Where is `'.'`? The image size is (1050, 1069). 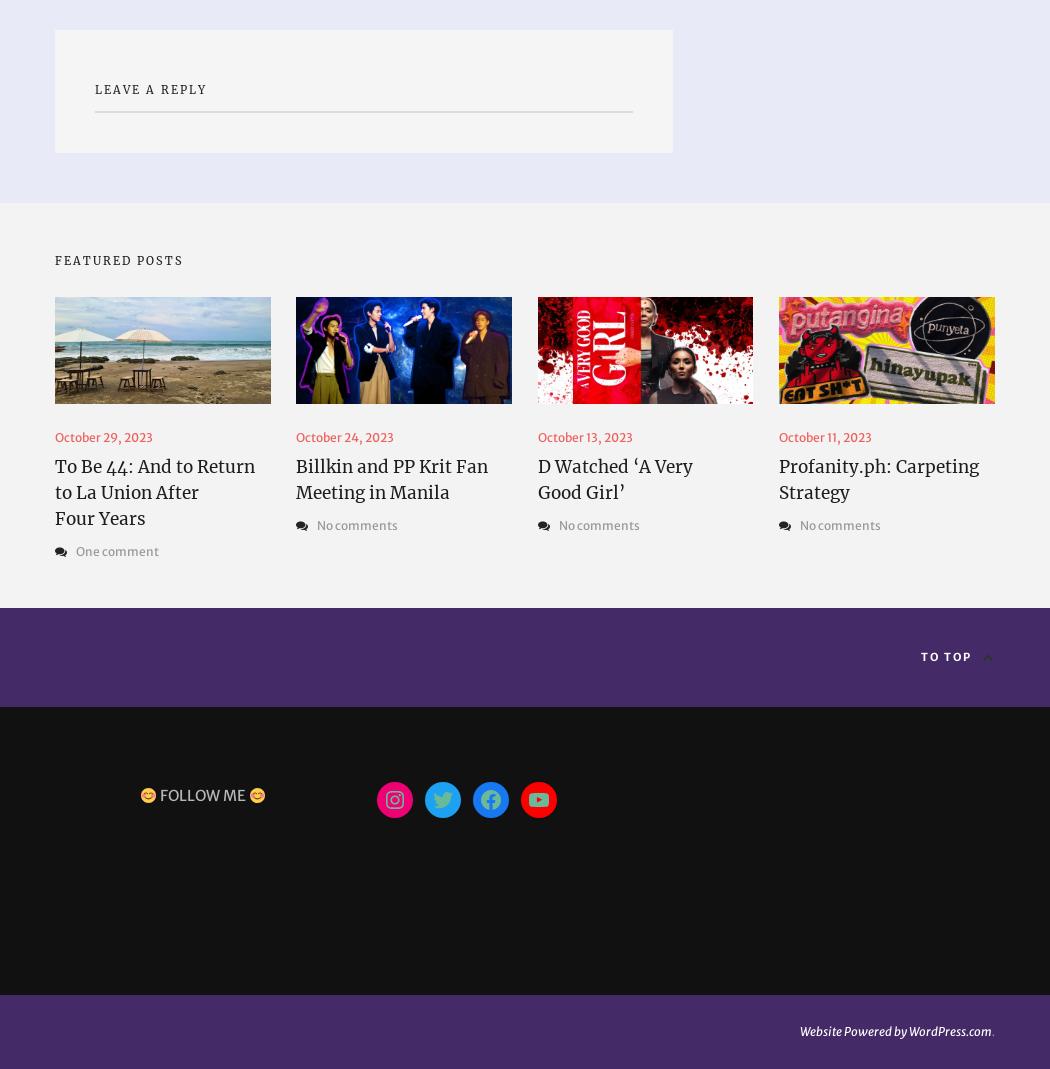 '.' is located at coordinates (993, 1030).